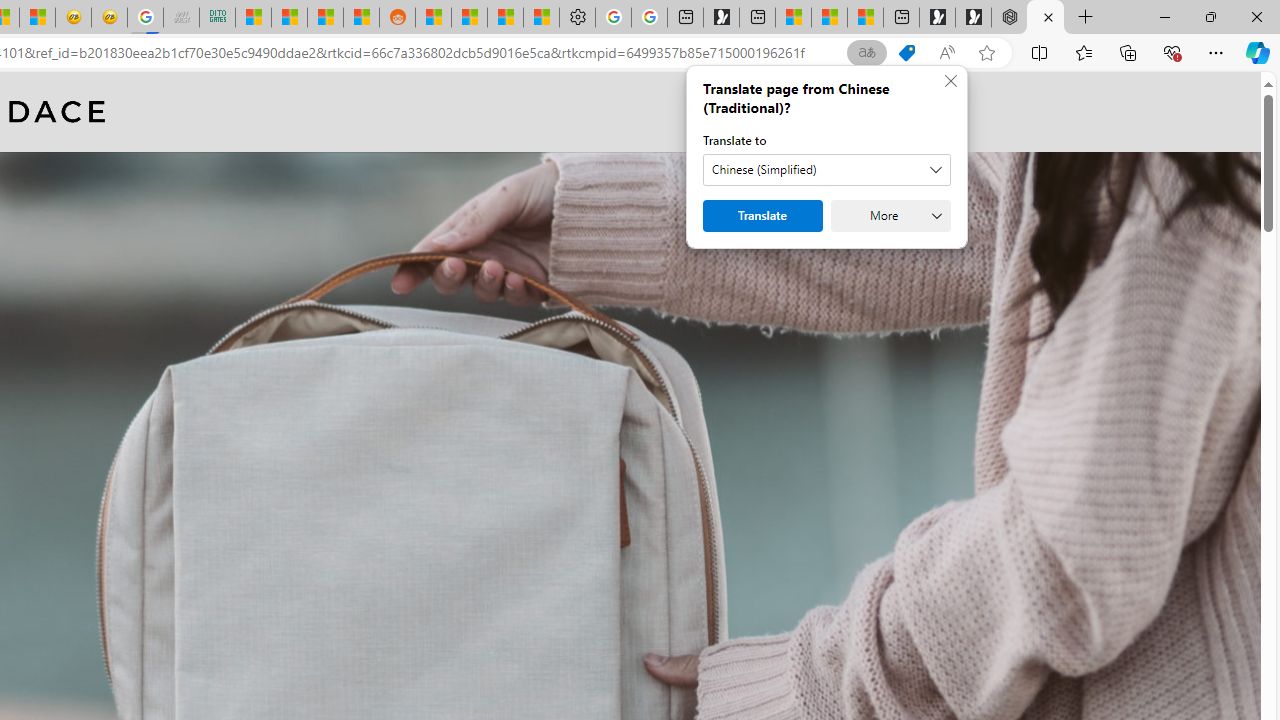 Image resolution: width=1280 pixels, height=720 pixels. Describe the element at coordinates (432, 17) in the screenshot. I see `'R******* | Trusted Community Engagement and Contributions'` at that location.